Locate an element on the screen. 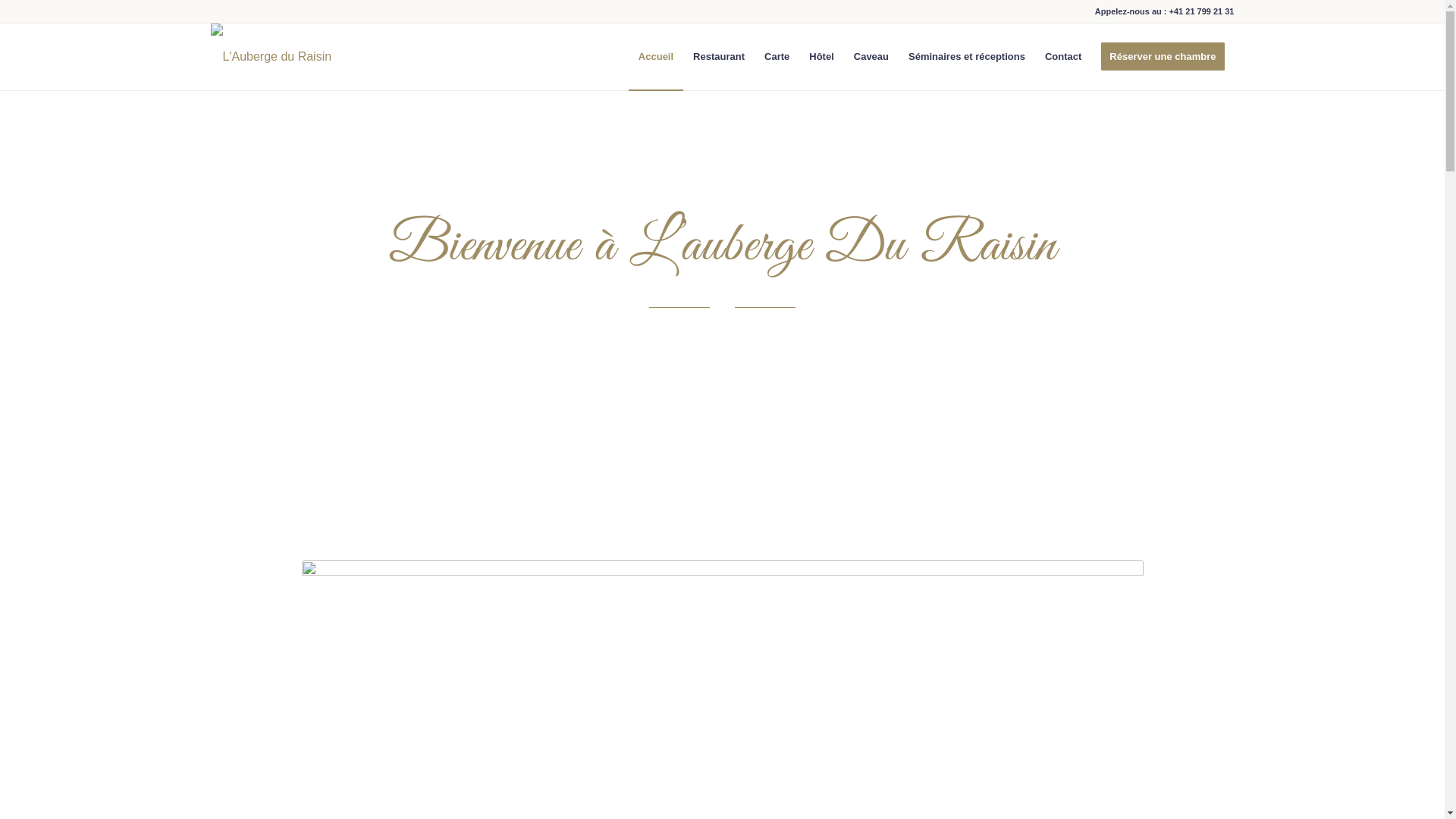 The image size is (1456, 819). 'logo' is located at coordinates (271, 42).